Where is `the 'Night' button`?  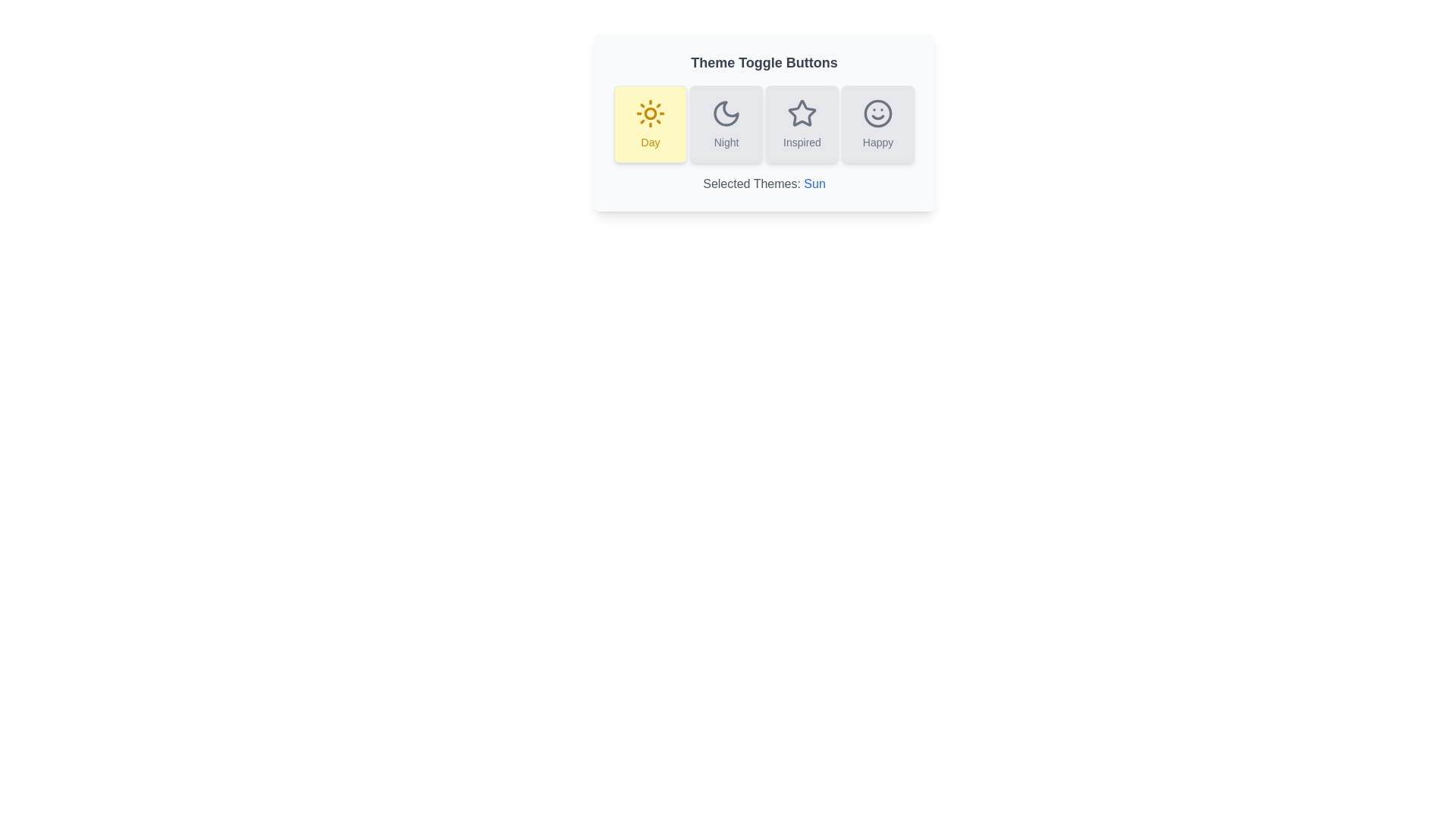
the 'Night' button is located at coordinates (726, 124).